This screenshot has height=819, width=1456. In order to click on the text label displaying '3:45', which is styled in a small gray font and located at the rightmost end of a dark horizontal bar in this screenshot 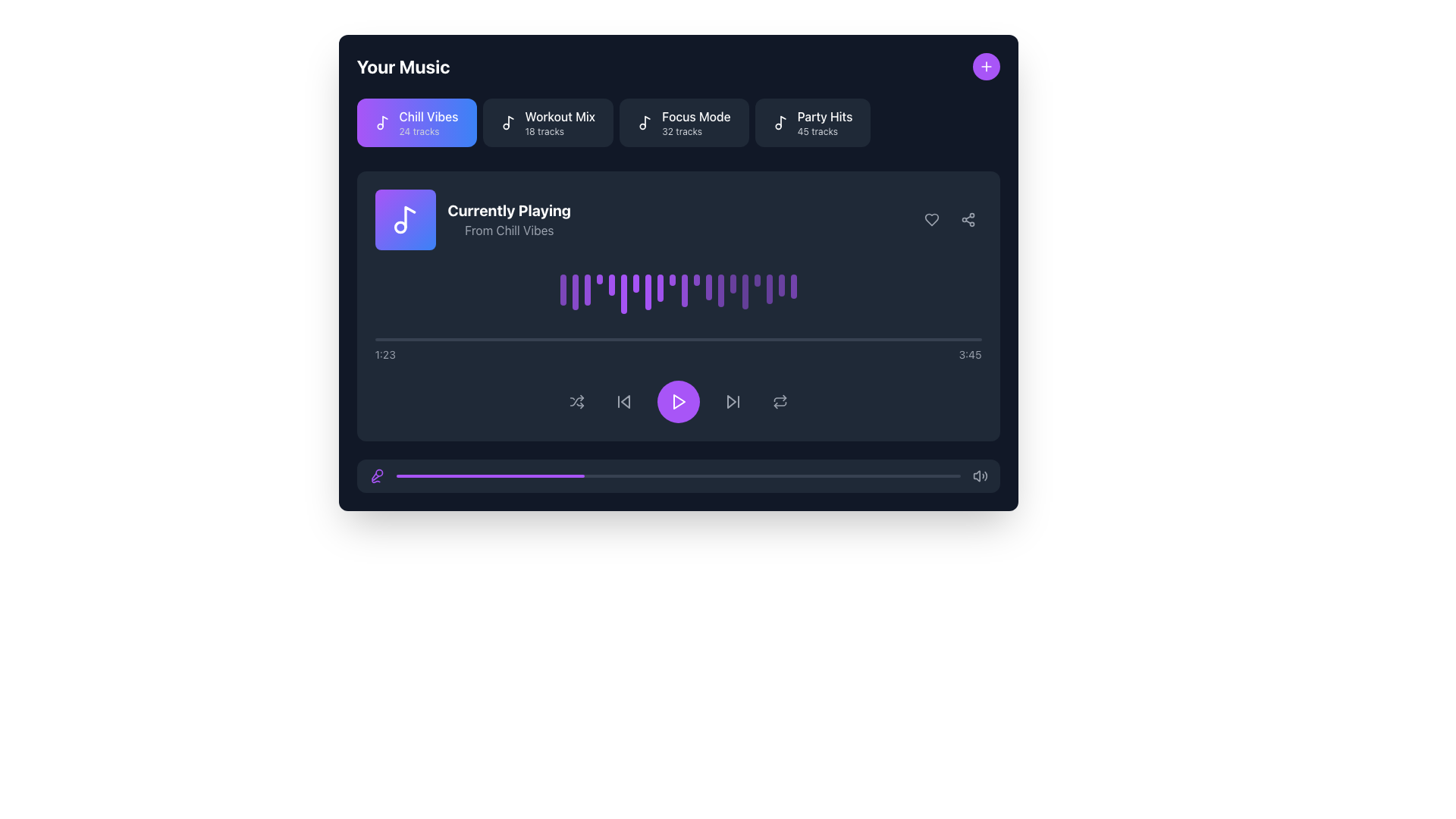, I will do `click(969, 355)`.